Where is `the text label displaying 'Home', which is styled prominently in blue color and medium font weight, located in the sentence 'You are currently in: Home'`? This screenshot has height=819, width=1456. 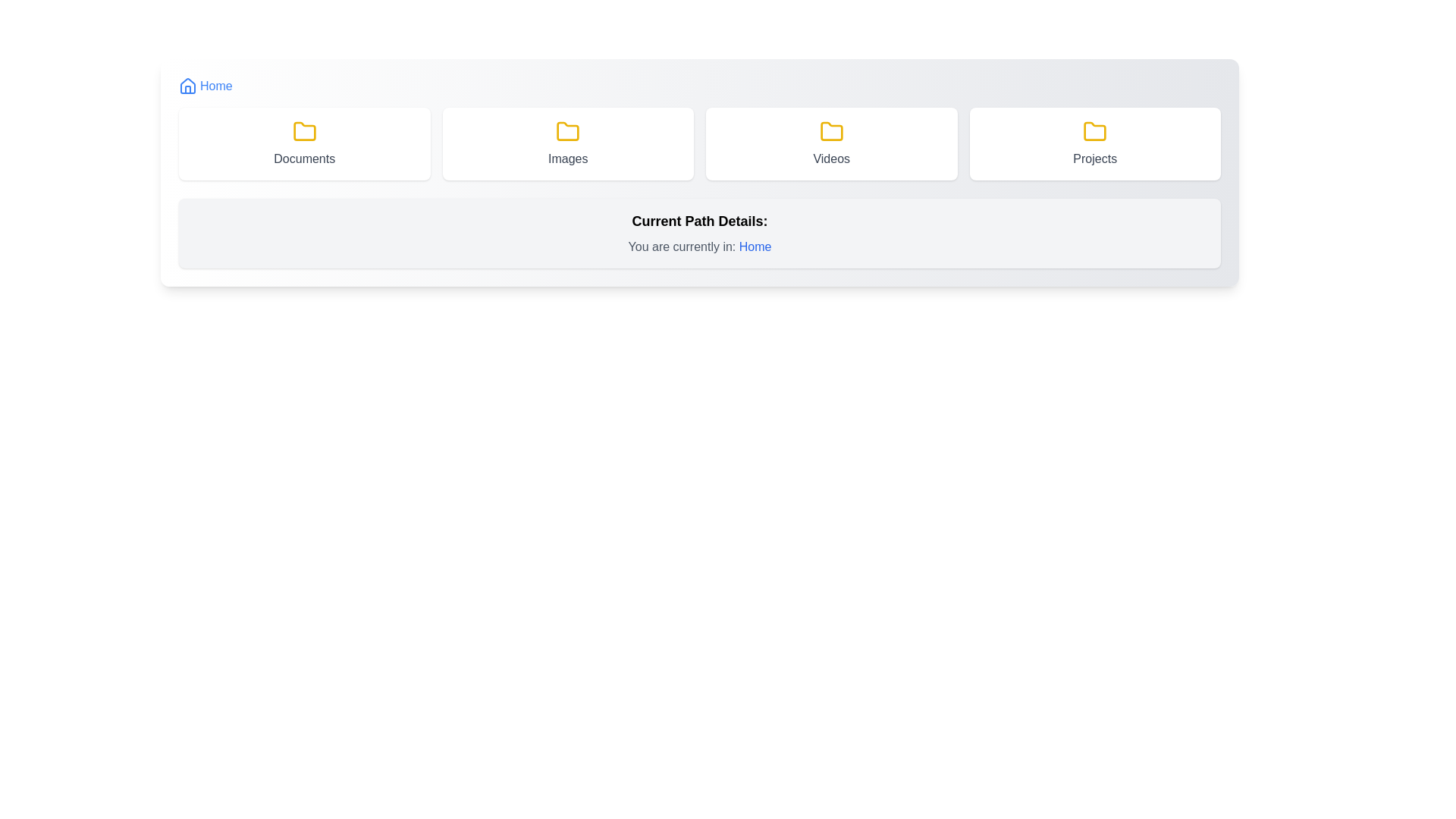
the text label displaying 'Home', which is styled prominently in blue color and medium font weight, located in the sentence 'You are currently in: Home' is located at coordinates (755, 246).